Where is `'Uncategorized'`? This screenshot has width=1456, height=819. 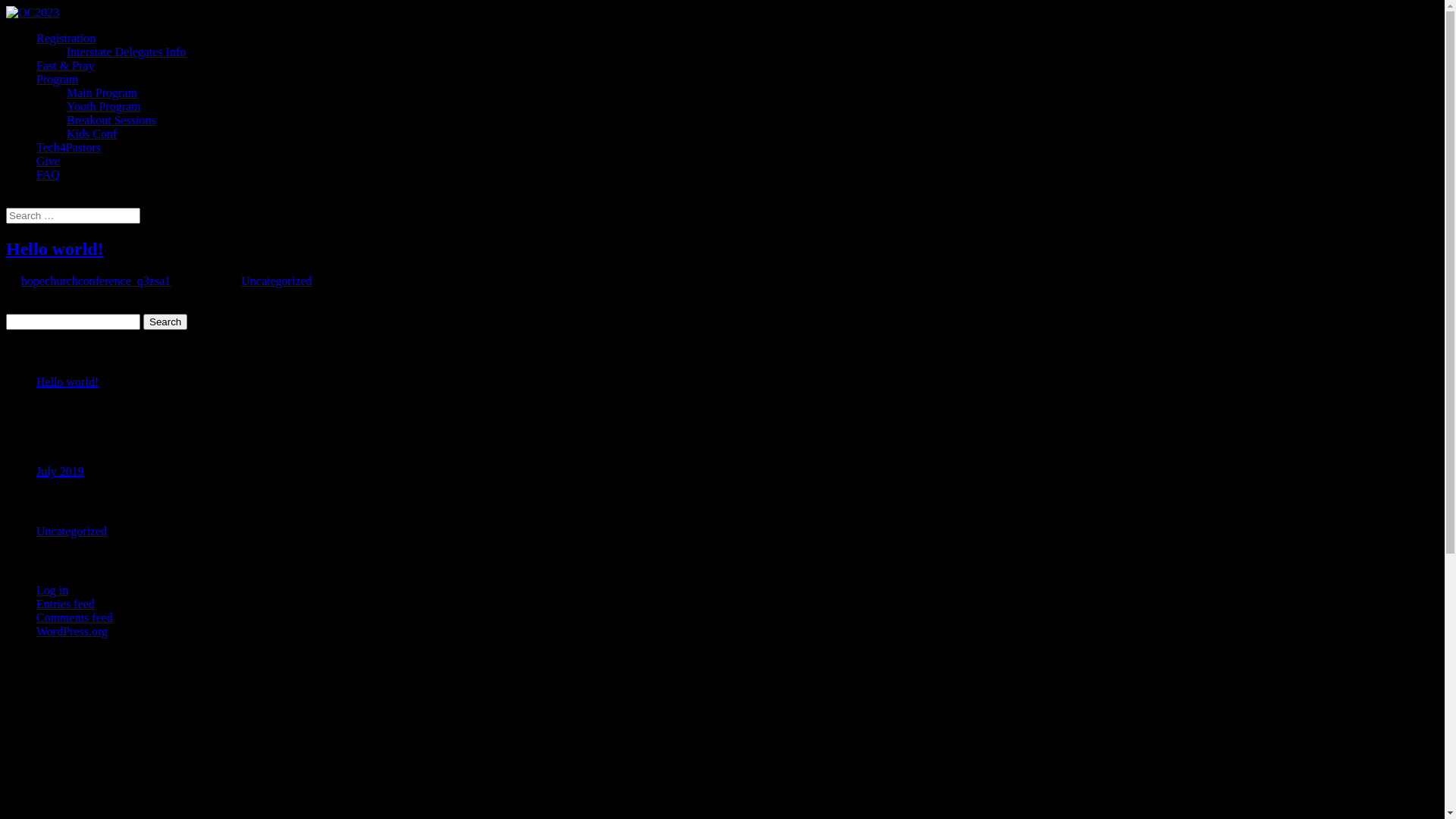
'Uncategorized' is located at coordinates (240, 281).